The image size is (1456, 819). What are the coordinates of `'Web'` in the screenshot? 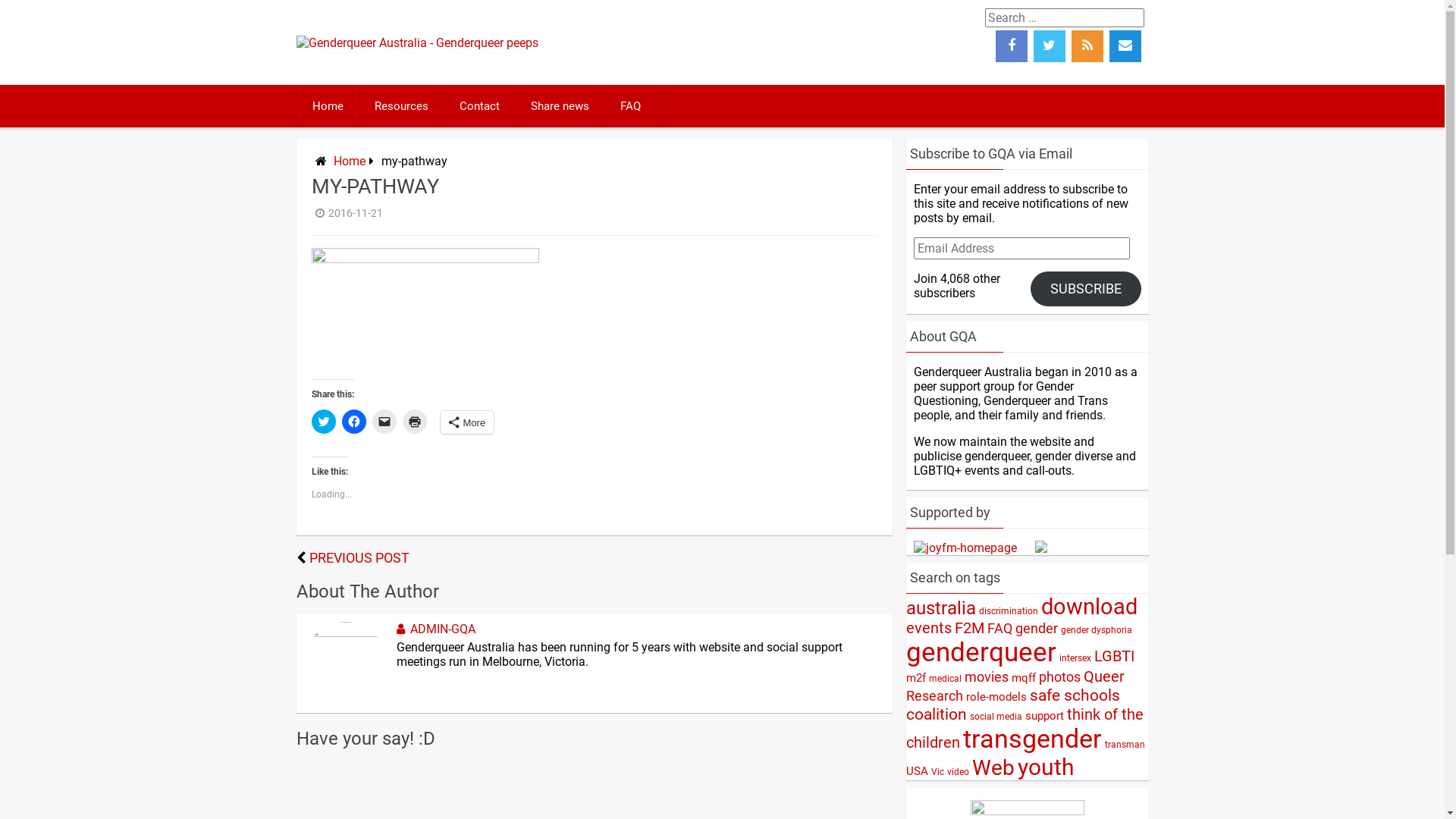 It's located at (993, 767).